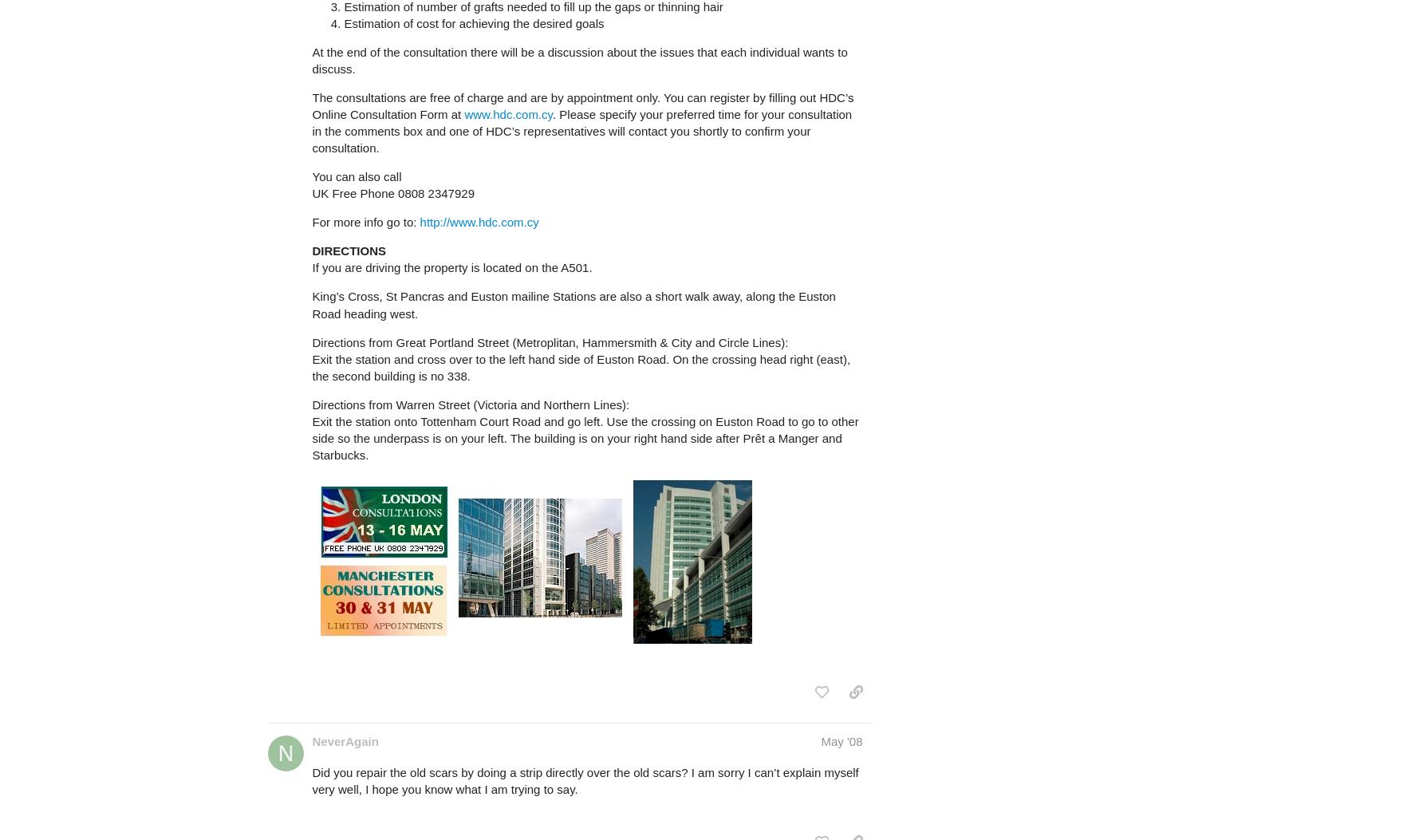 This screenshot has width=1419, height=840. What do you see at coordinates (581, 130) in the screenshot?
I see `'.  Please specify your preferred time for your consultation in the comments box and one of HDC’s representatives will contact you shortly to confirm your consultation.'` at bounding box center [581, 130].